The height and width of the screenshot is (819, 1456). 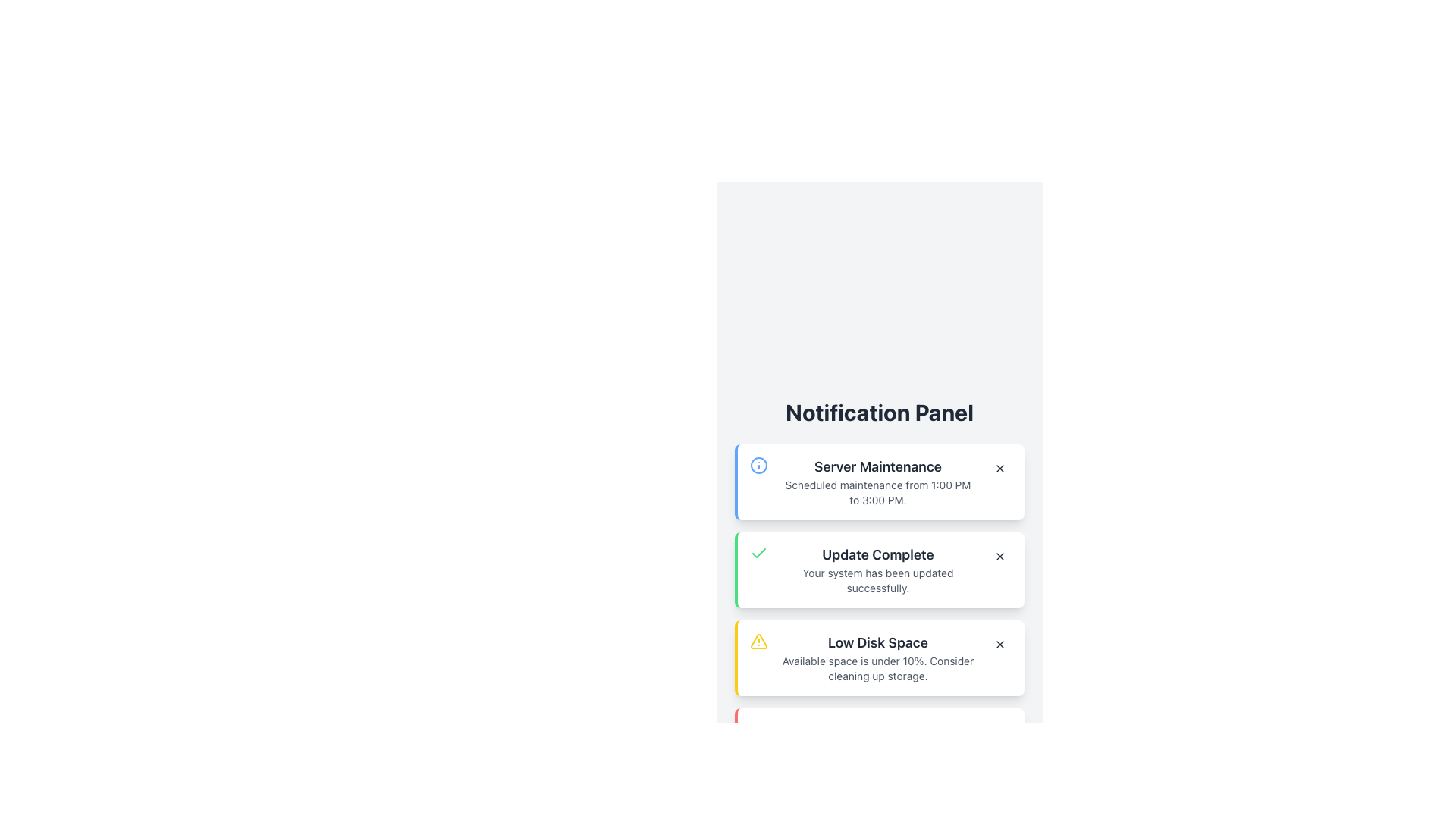 I want to click on the appearance of the status icon indicating successful completion of an operation, located in the 'Update Complete' notification block on the Notification Panel, so click(x=759, y=553).